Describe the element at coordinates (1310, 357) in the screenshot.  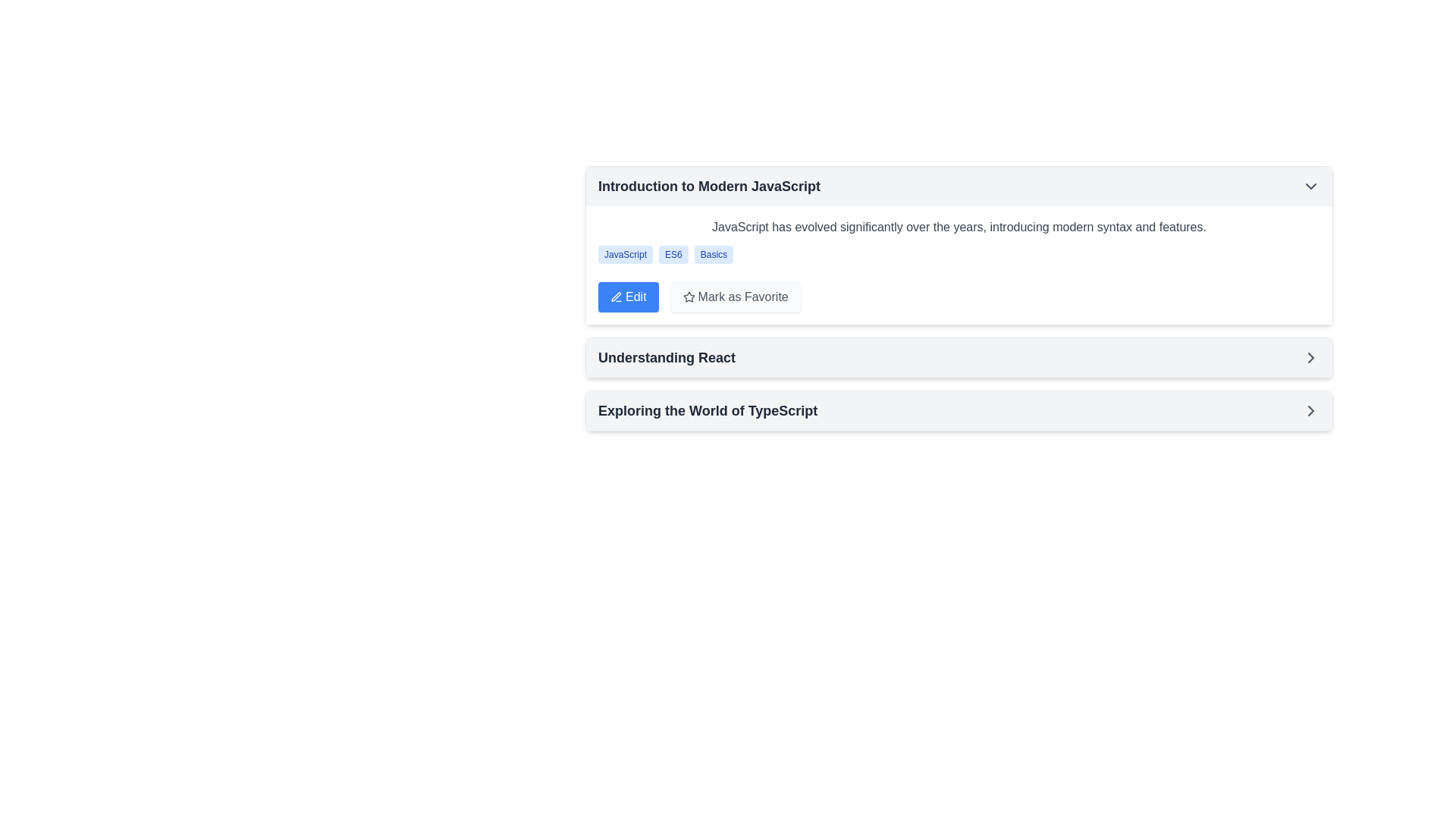
I see `the chevron-shaped icon on the right side of the 'Understanding React' item` at that location.